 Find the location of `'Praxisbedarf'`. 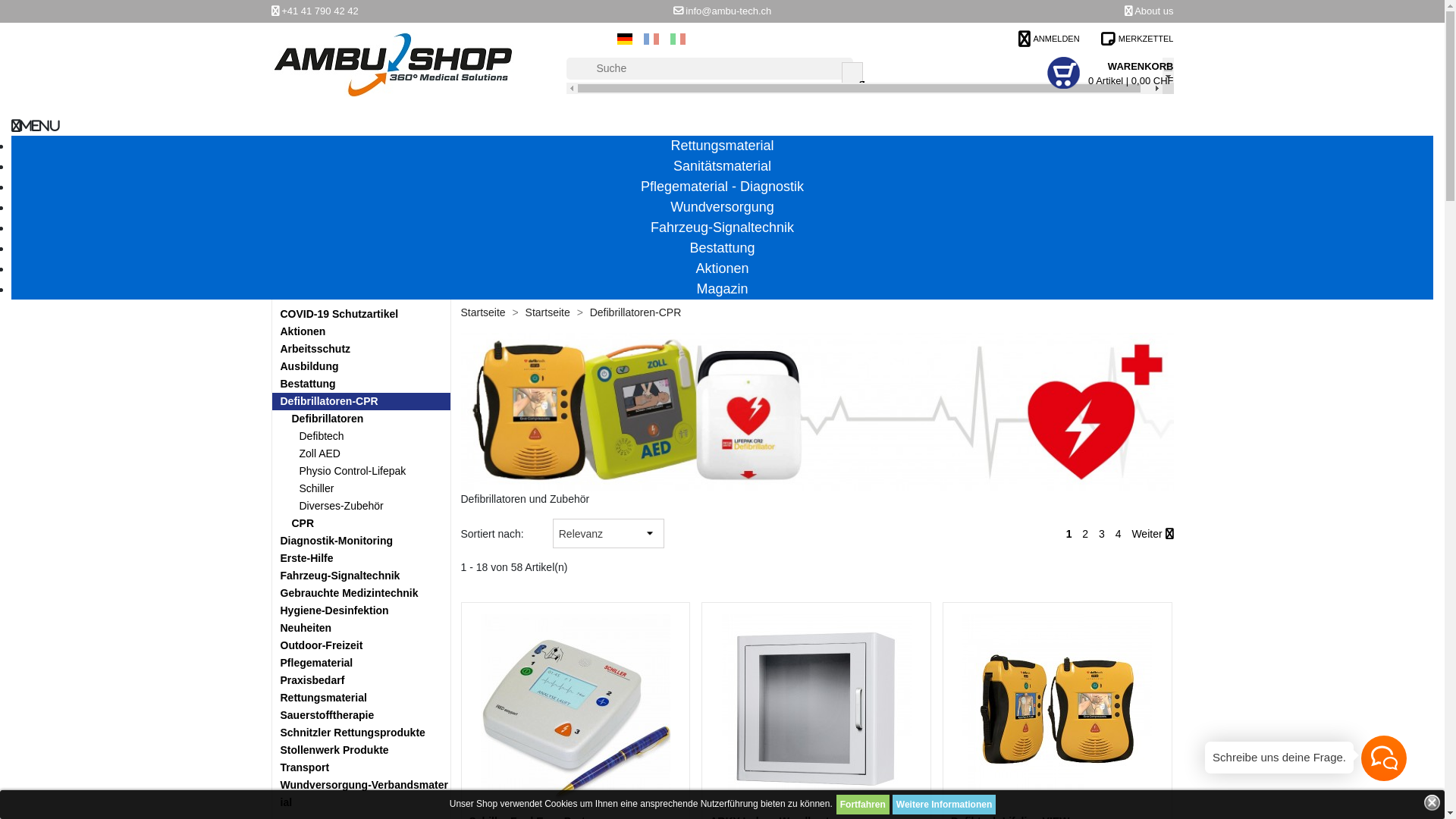

'Praxisbedarf' is located at coordinates (271, 679).